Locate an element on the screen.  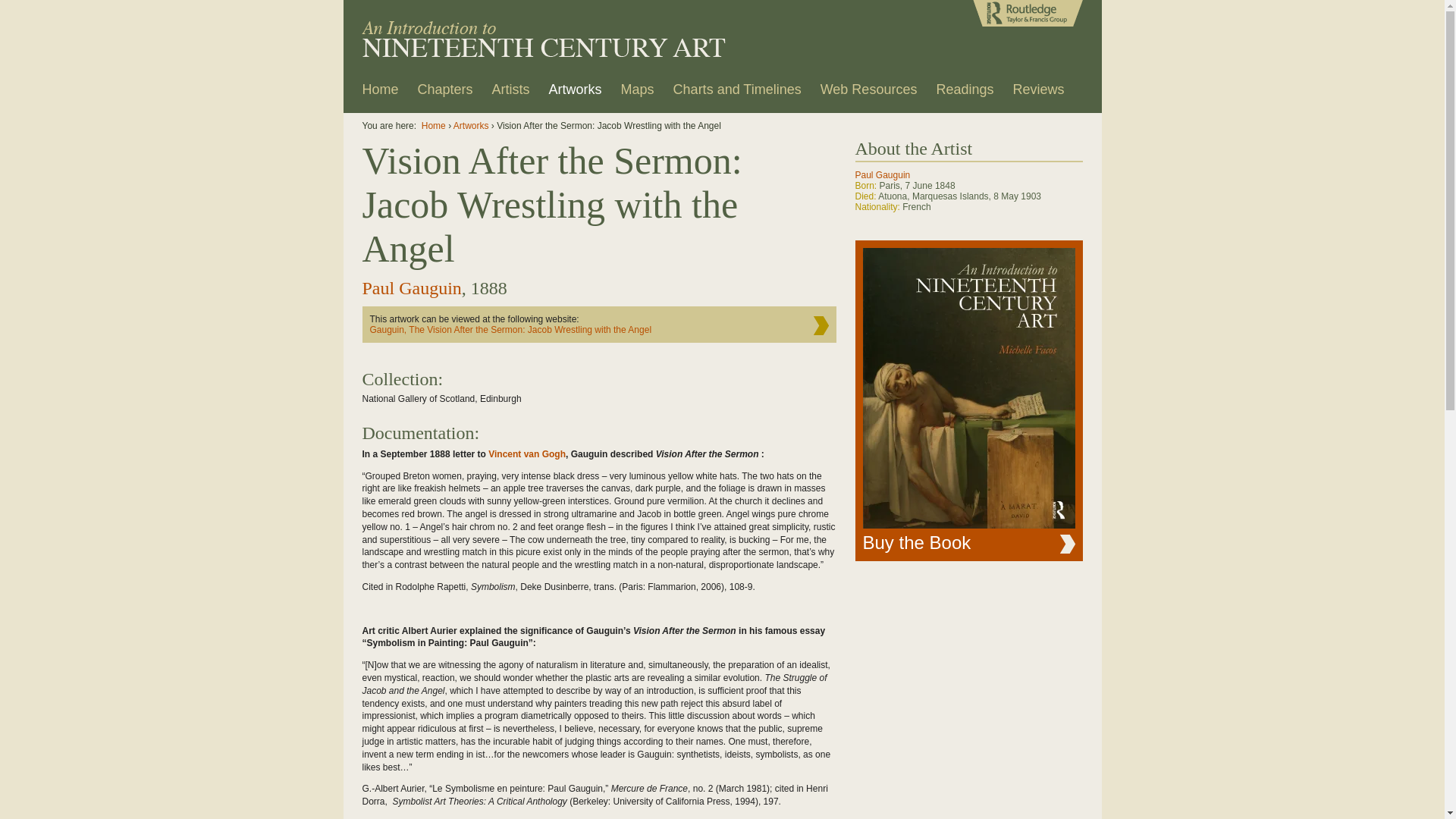
'Home' is located at coordinates (353, 94).